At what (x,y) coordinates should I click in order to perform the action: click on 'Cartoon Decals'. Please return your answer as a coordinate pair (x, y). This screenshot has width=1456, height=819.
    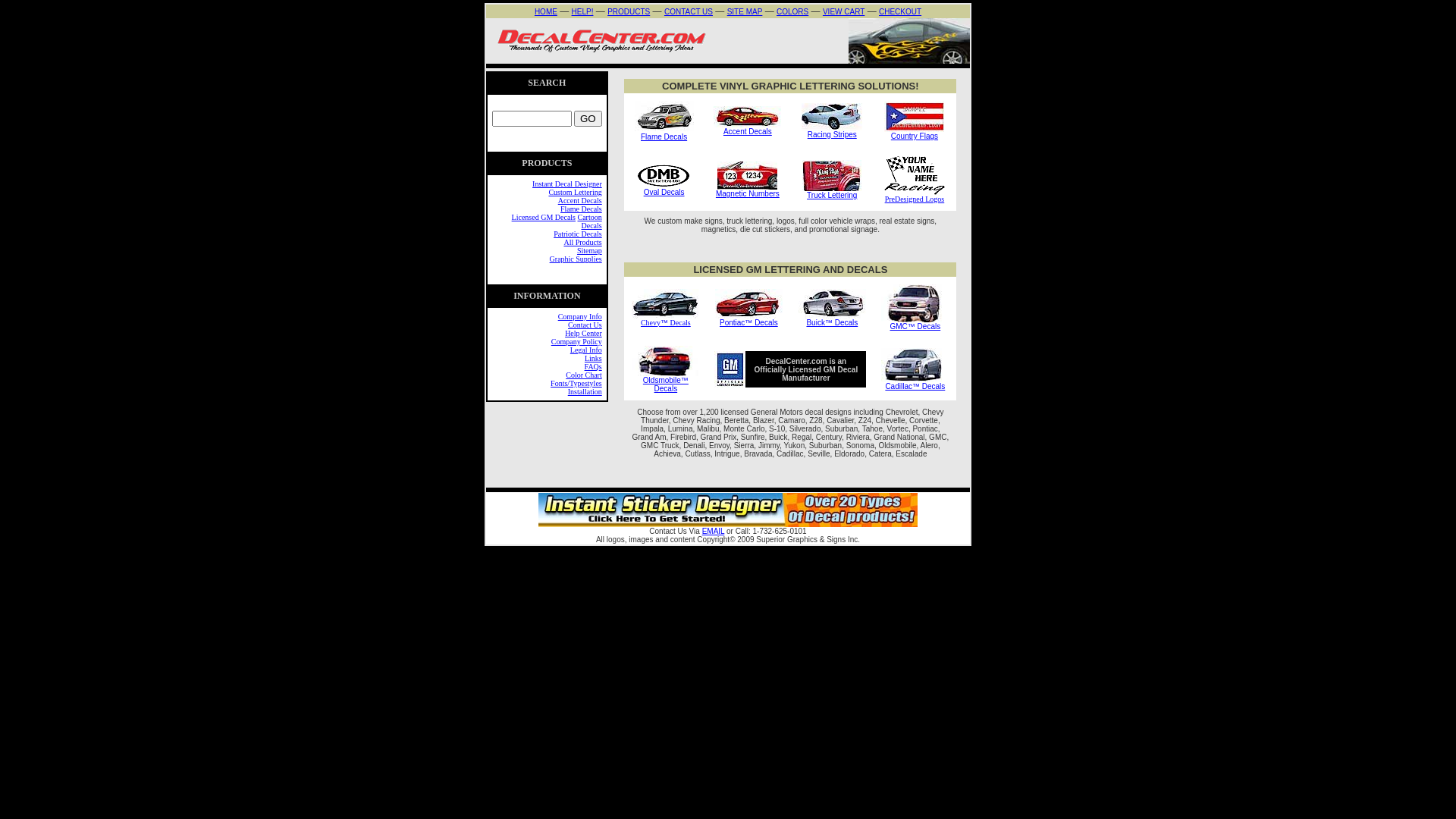
    Looking at the image, I should click on (588, 221).